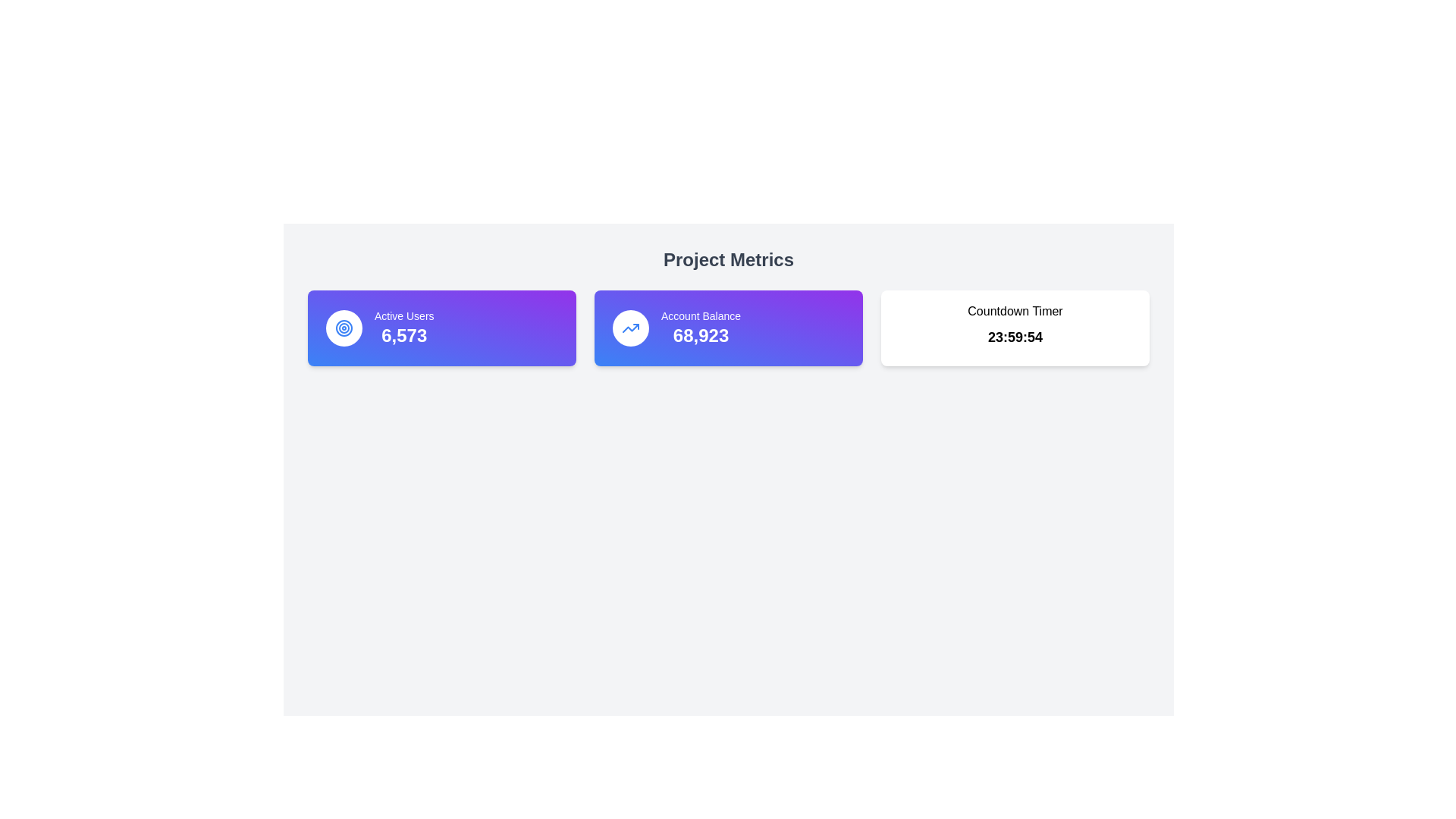 The image size is (1456, 819). Describe the element at coordinates (630, 327) in the screenshot. I see `the icon representing account balance trends, located in the top-left corner of the second card under the 'Project Metrics' section` at that location.